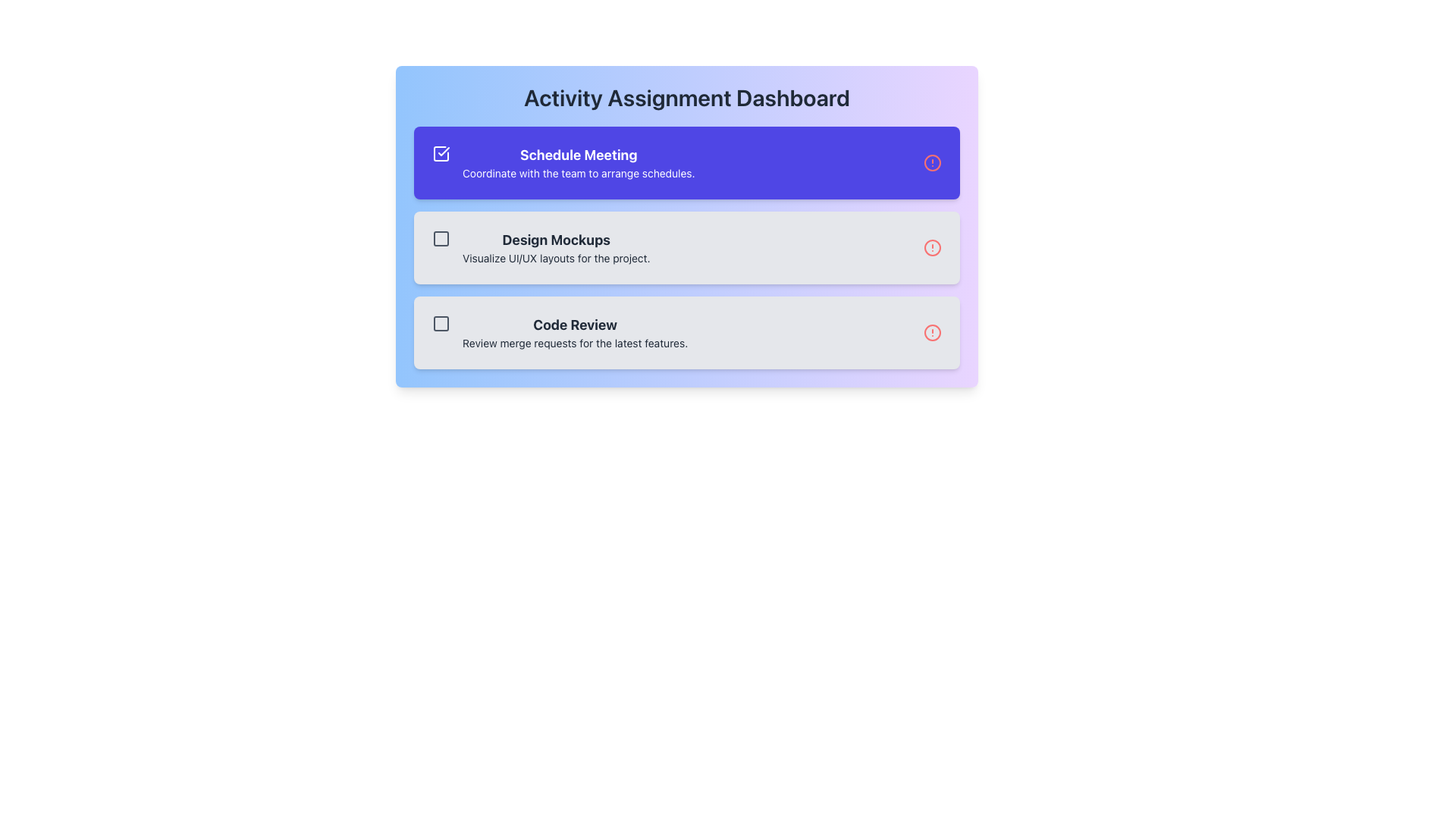  What do you see at coordinates (440, 239) in the screenshot?
I see `the checkbox icon located to the left of the text 'Design Mockups' in the second row of the list within the 'Activity Assignment Dashboard'` at bounding box center [440, 239].